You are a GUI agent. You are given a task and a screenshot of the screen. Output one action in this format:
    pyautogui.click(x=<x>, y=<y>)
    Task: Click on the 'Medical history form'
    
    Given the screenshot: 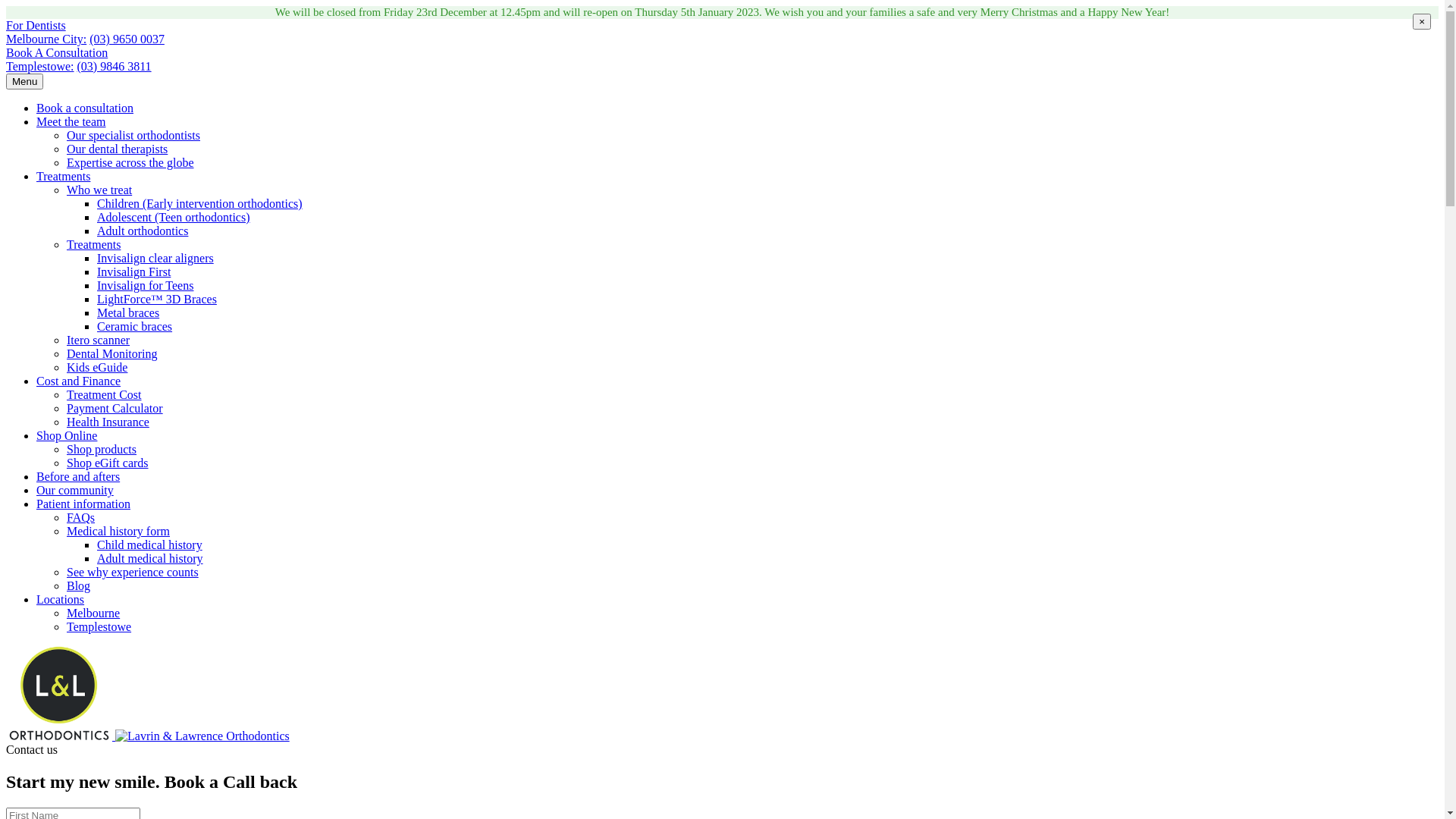 What is the action you would take?
    pyautogui.click(x=65, y=530)
    